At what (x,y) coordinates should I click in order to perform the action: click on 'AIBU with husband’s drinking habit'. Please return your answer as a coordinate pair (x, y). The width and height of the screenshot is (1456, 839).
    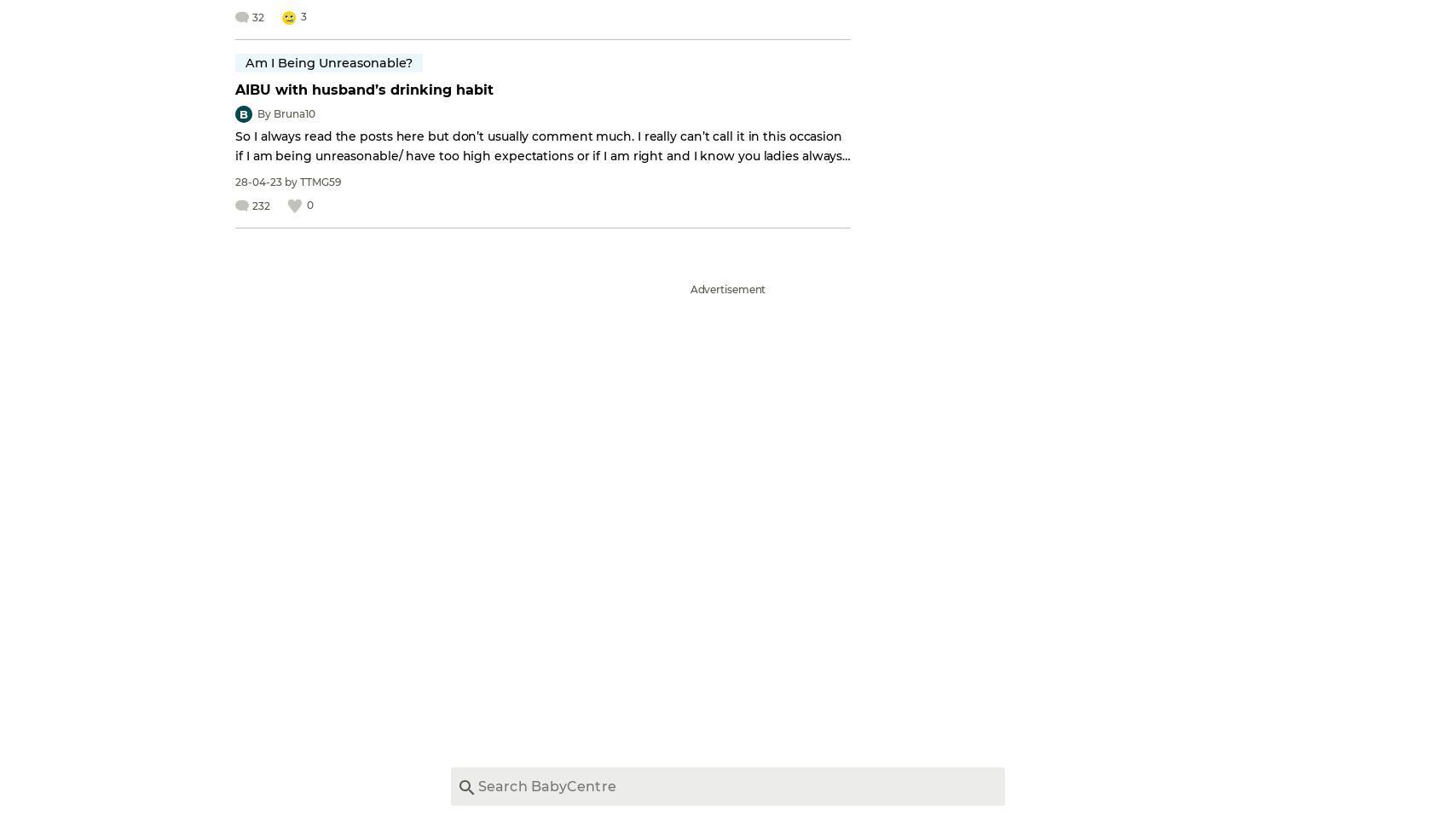
    Looking at the image, I should click on (235, 89).